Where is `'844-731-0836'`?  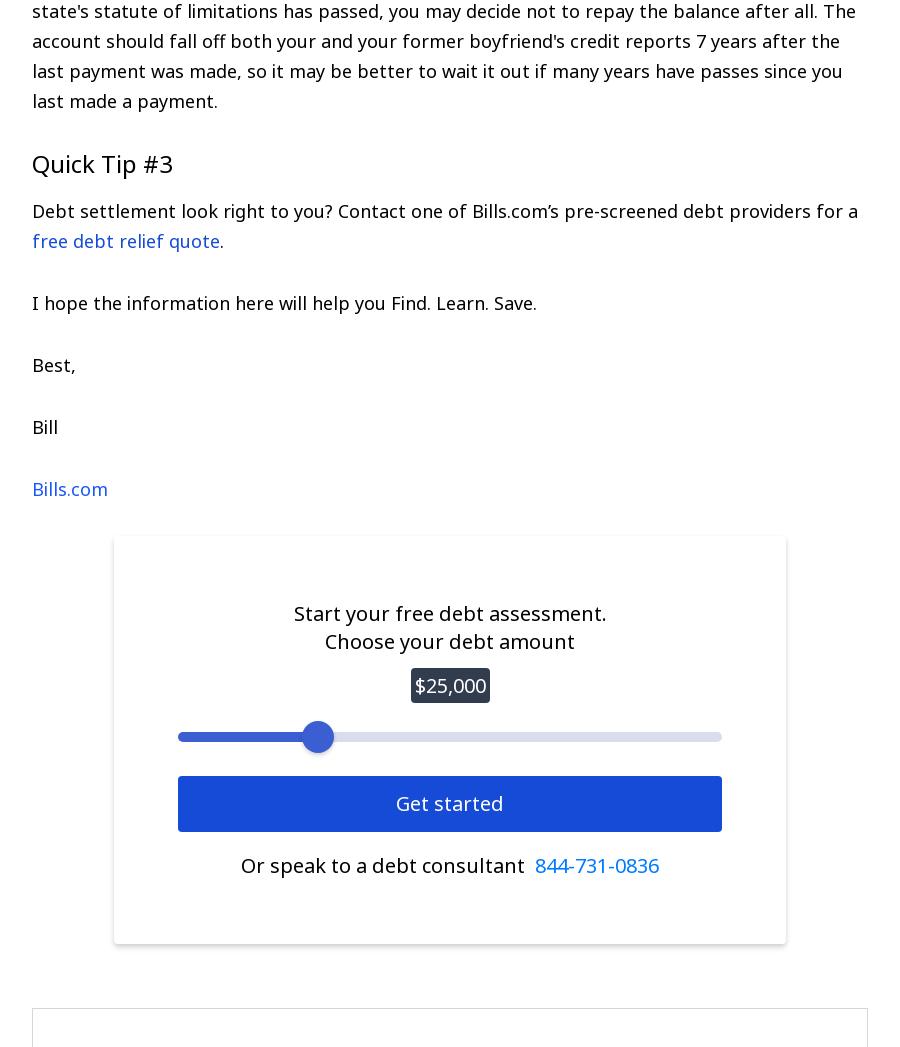 '844-731-0836' is located at coordinates (533, 864).